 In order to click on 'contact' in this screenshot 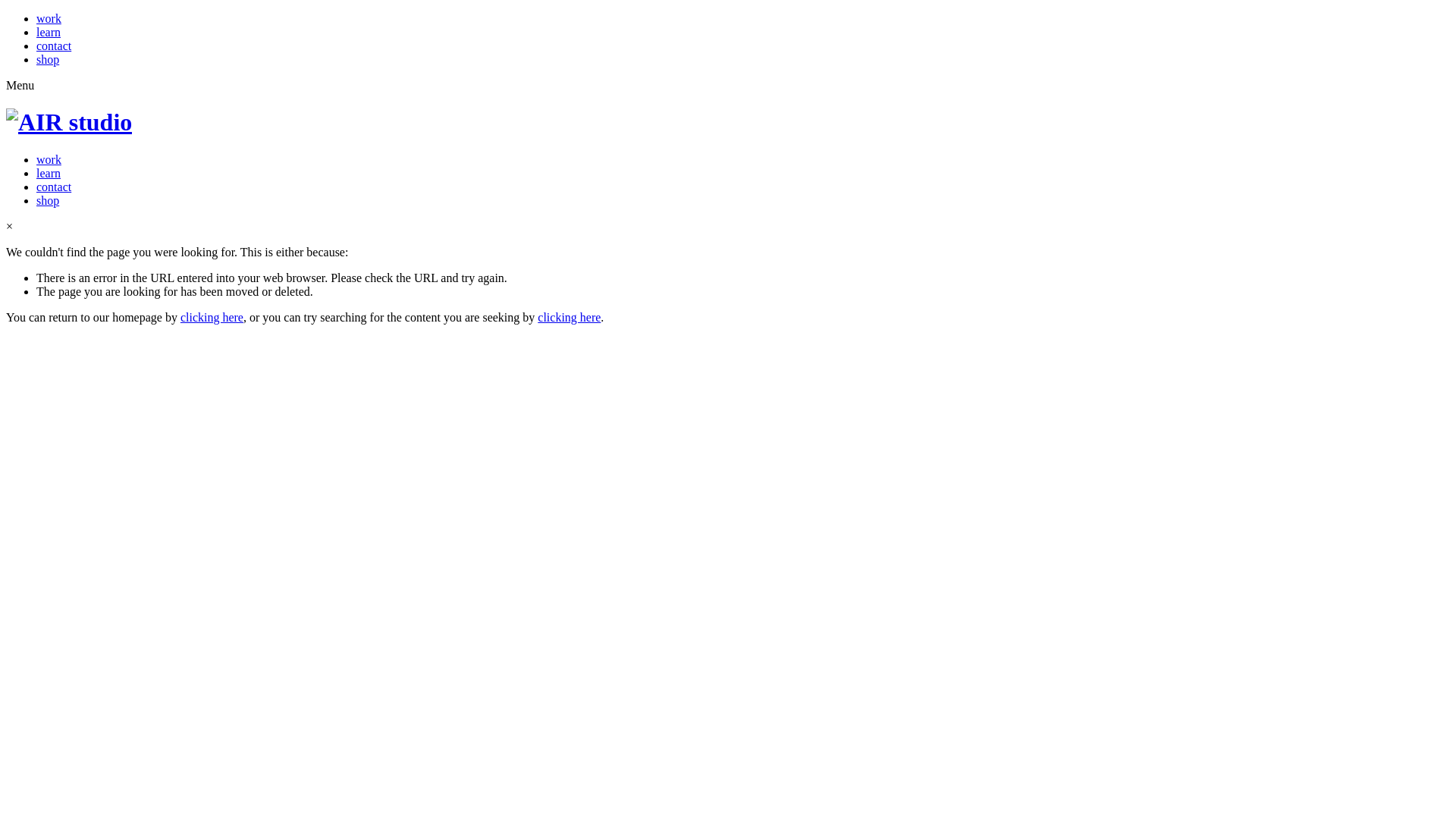, I will do `click(54, 45)`.